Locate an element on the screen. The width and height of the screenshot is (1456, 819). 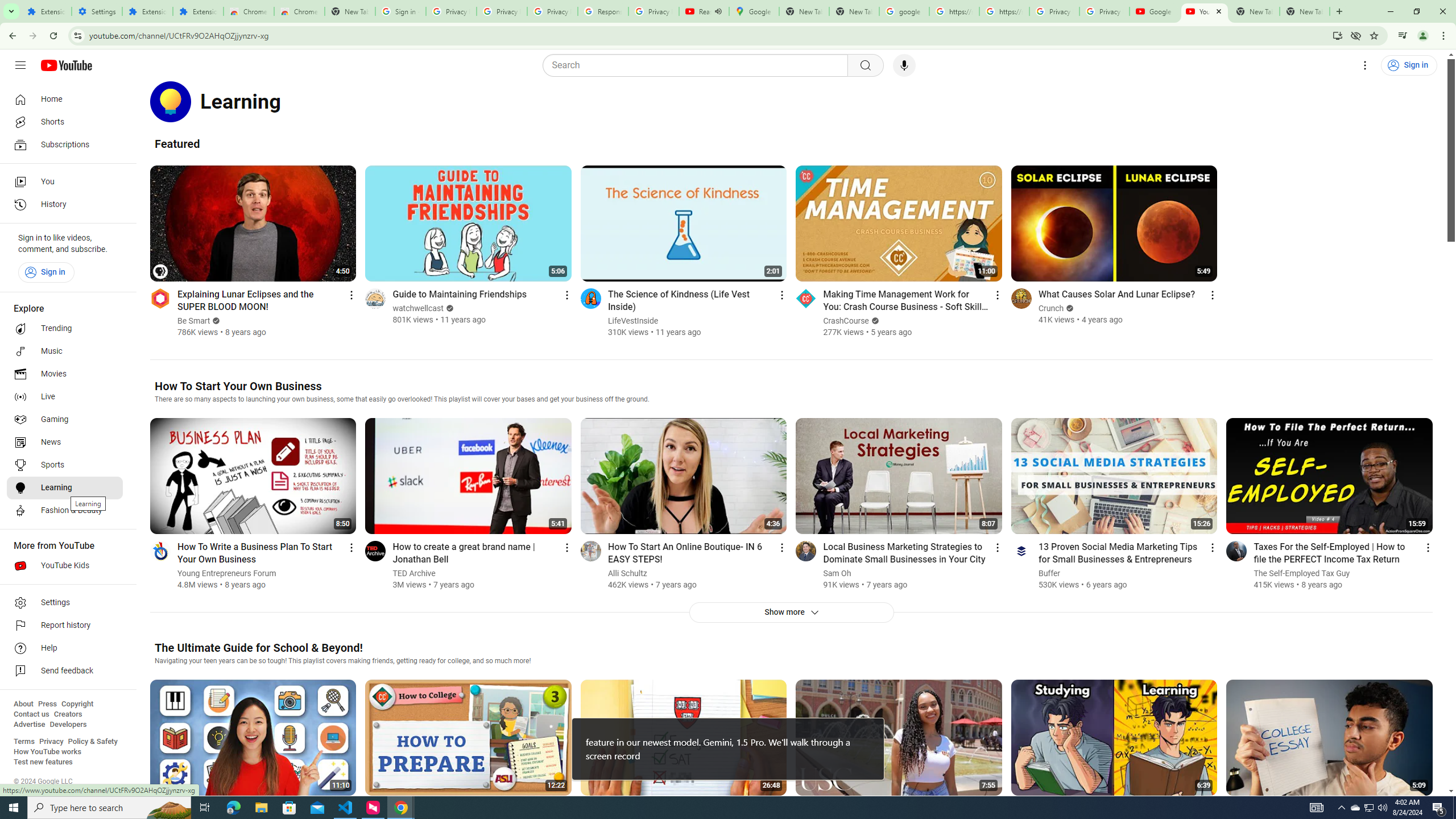
'Action menu' is located at coordinates (1428, 547).